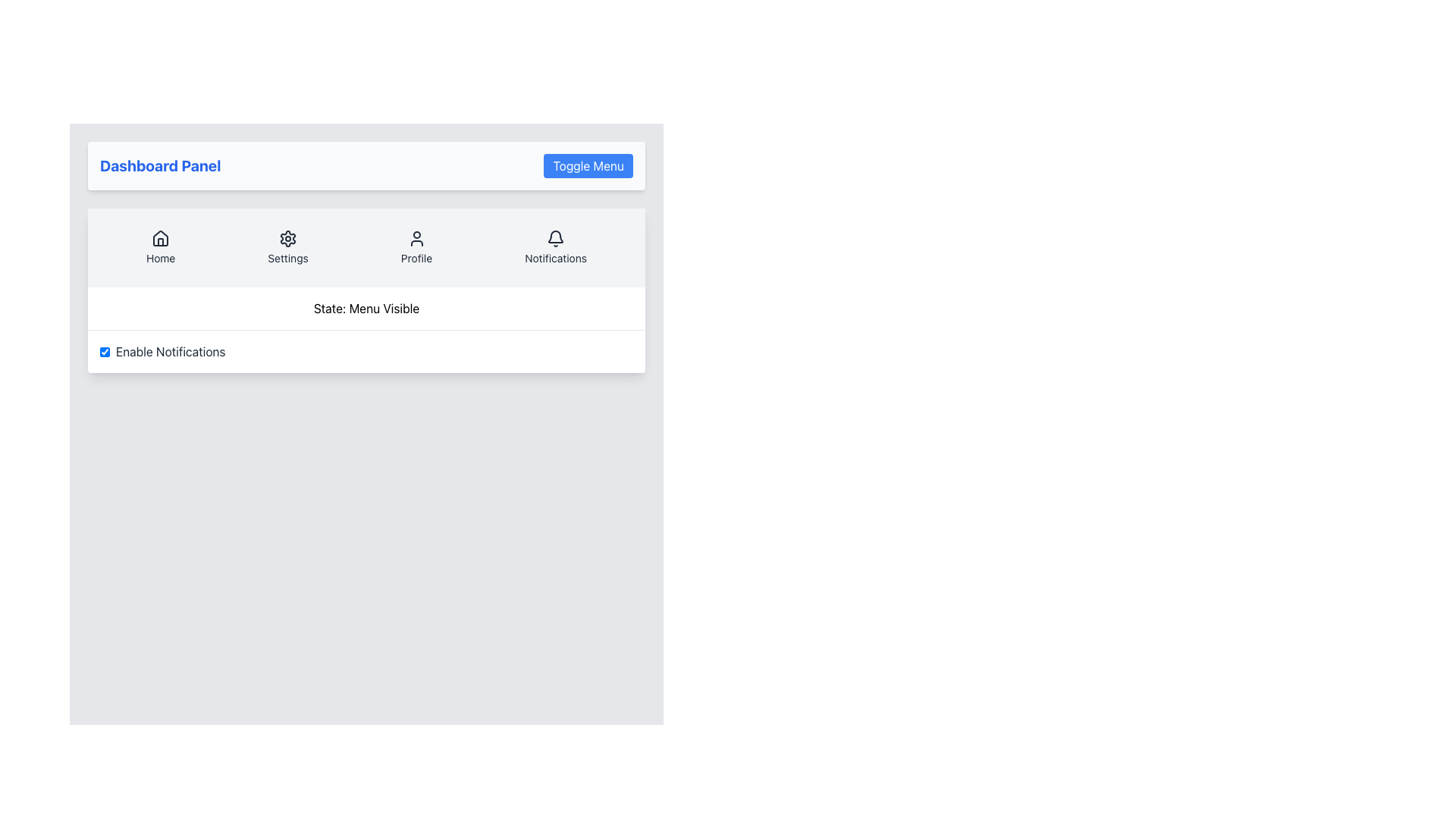 This screenshot has height=819, width=1456. I want to click on the 'Home' text label in the top menu section, which indicates the purpose of the navigation option, so click(161, 257).